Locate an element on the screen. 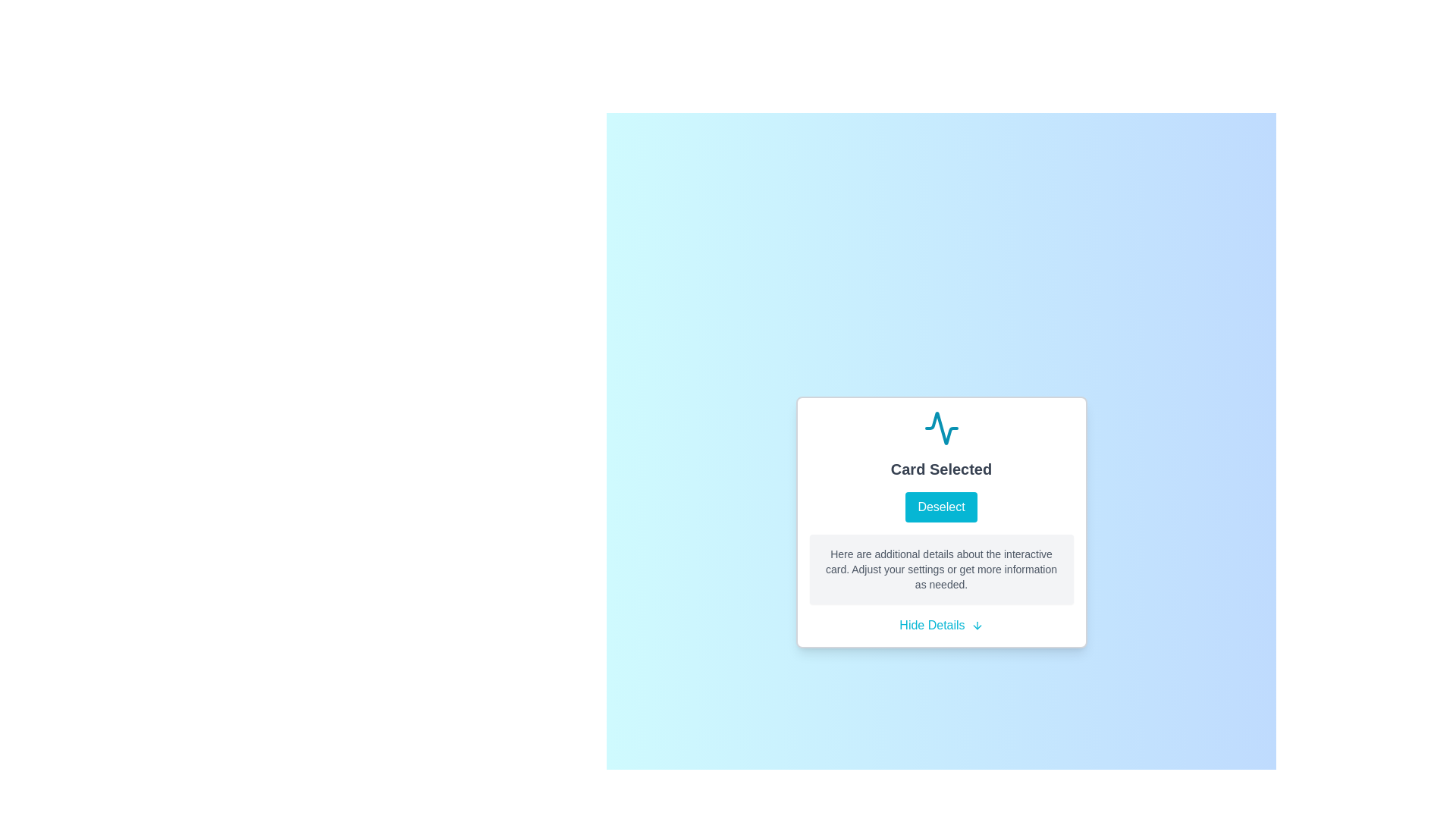  the 'Hide Details' text button to trigger the hover color change effect, which is displayed in cyan-blue font color is located at coordinates (931, 626).